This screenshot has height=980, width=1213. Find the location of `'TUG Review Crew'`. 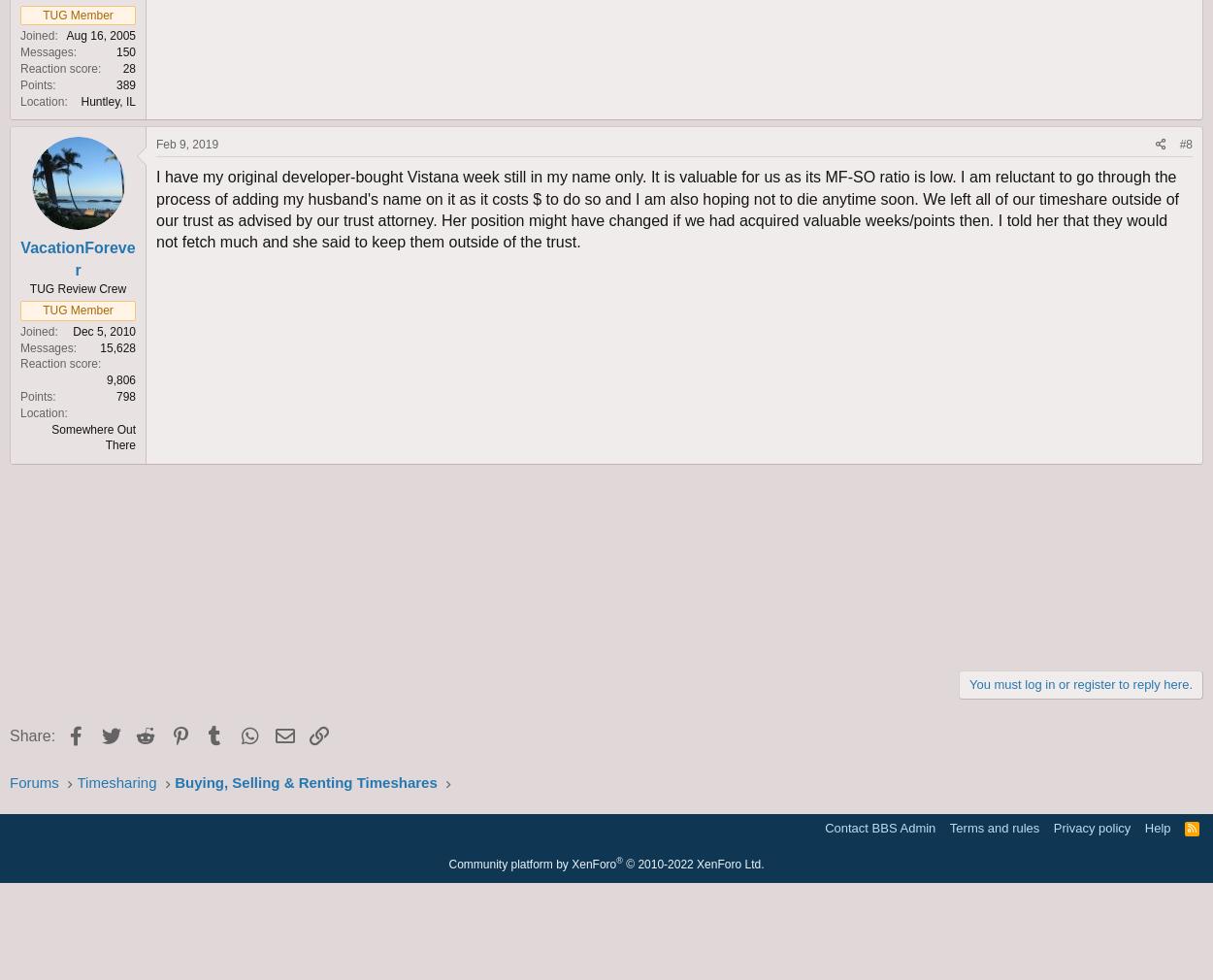

'TUG Review Crew' is located at coordinates (77, 288).